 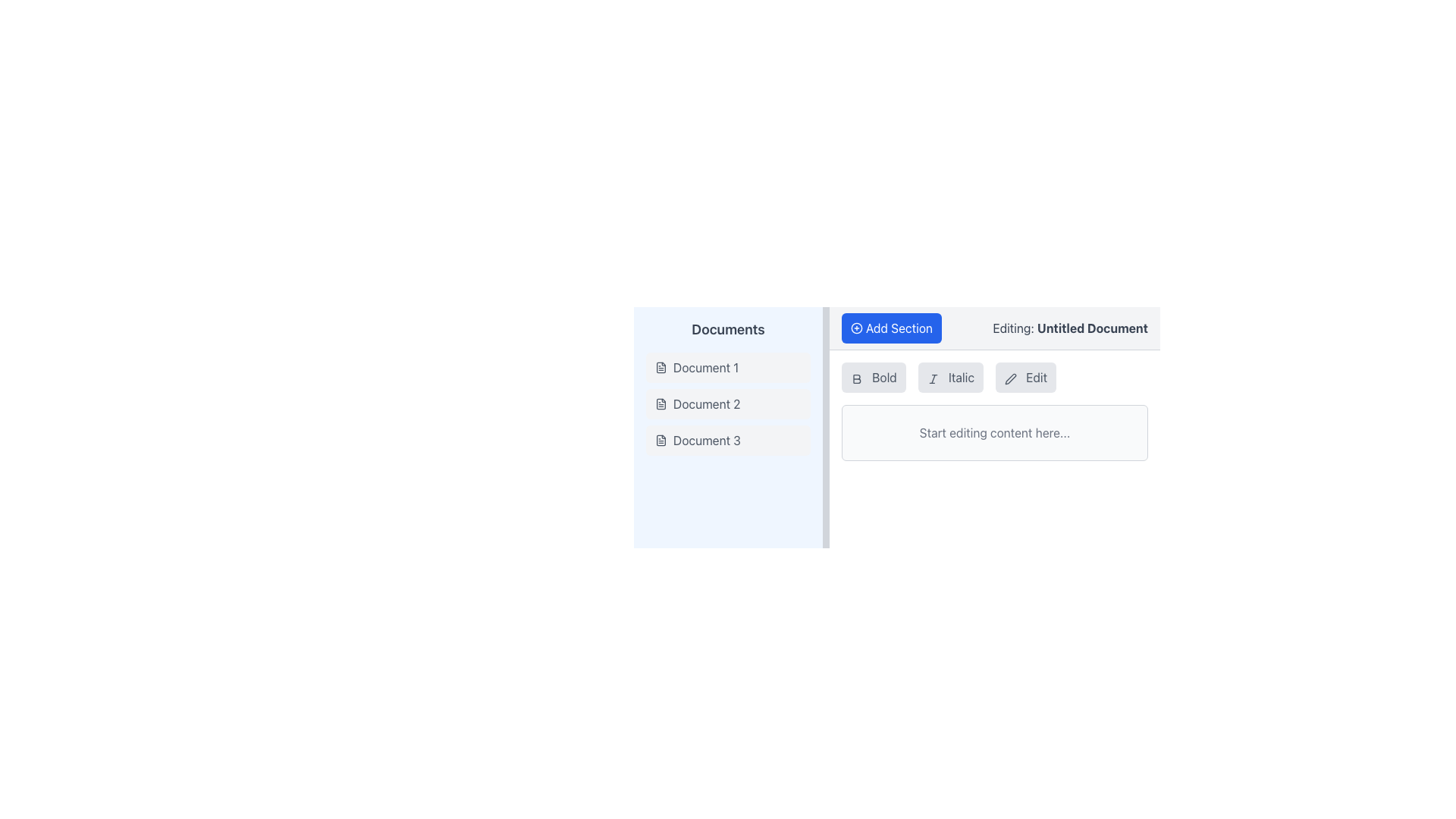 What do you see at coordinates (728, 368) in the screenshot?
I see `the 'Document 1' button, which is a horizontally aligned rectangular item with rounded corners` at bounding box center [728, 368].